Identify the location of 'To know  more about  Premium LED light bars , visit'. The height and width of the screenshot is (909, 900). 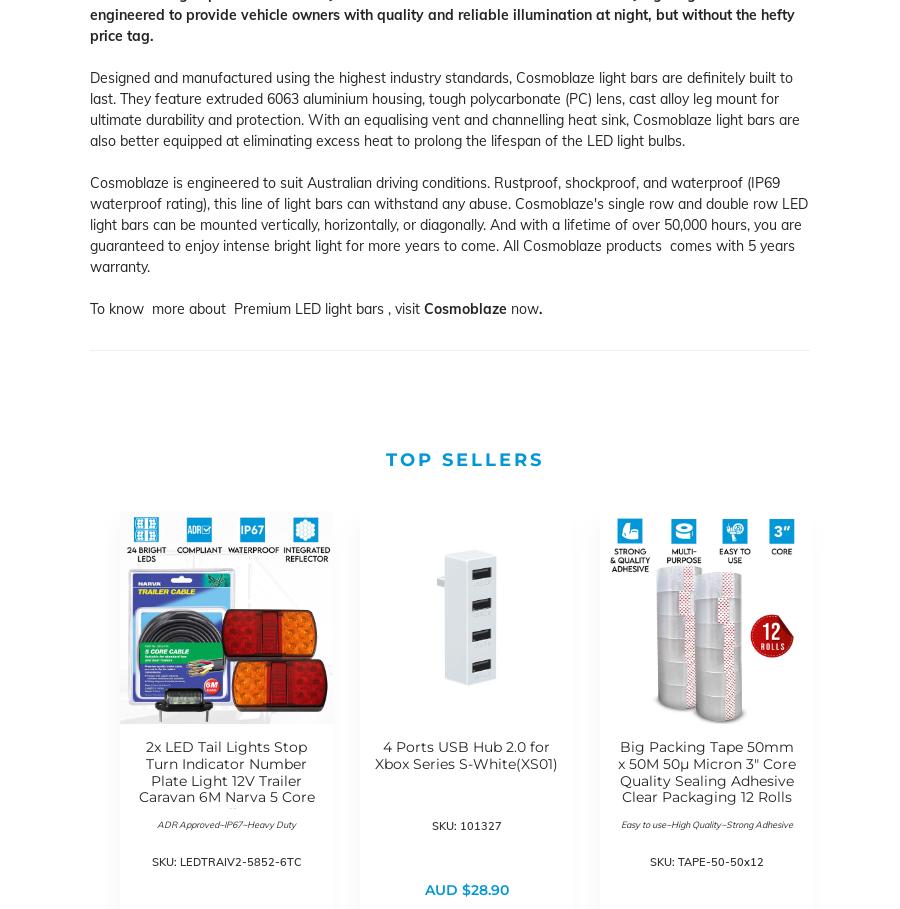
(256, 307).